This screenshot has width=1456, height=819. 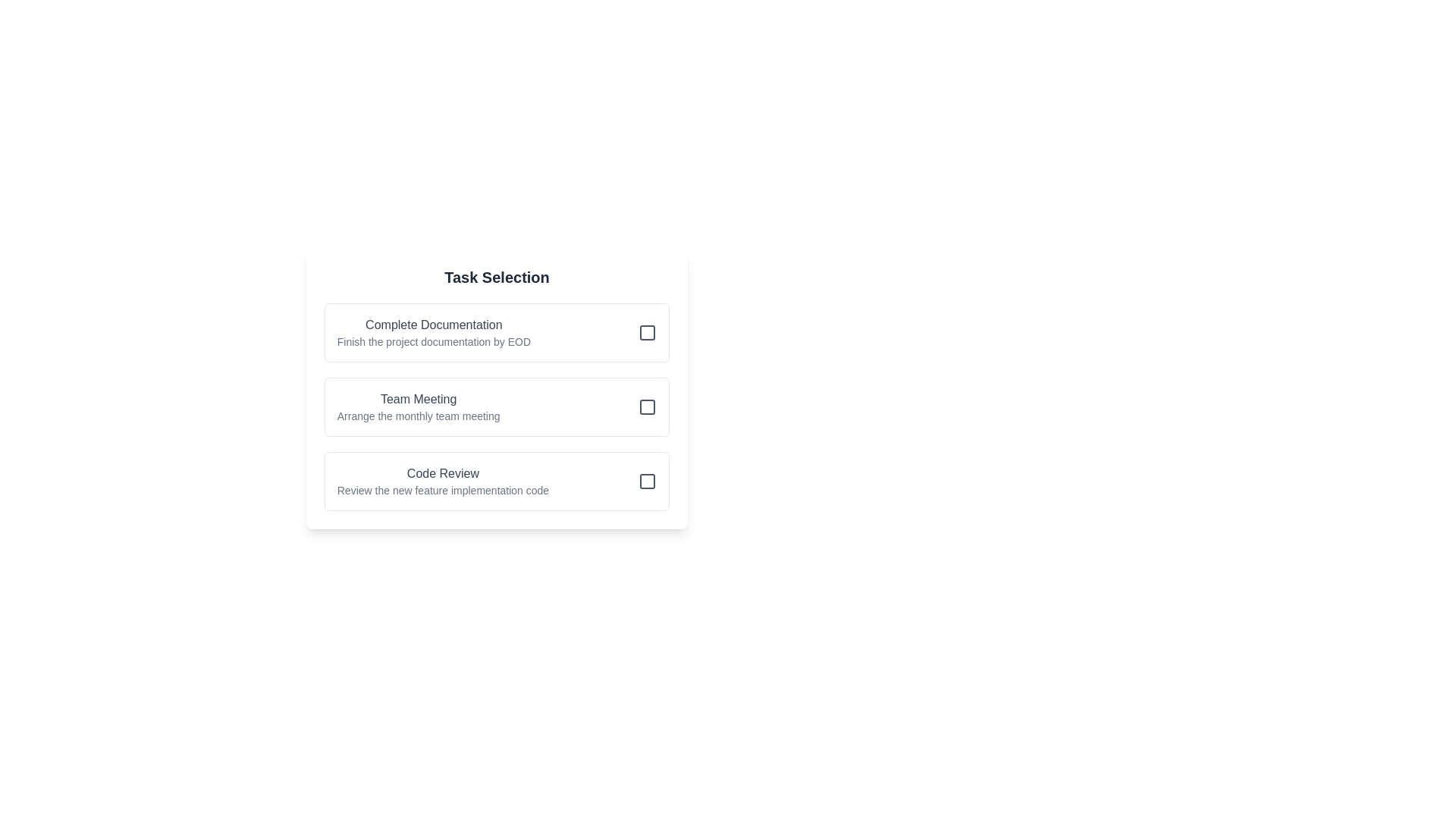 What do you see at coordinates (433, 342) in the screenshot?
I see `the static text label that reads 'Finish the project documentation by EOD.' located beneath the 'Complete Documentation' headline` at bounding box center [433, 342].